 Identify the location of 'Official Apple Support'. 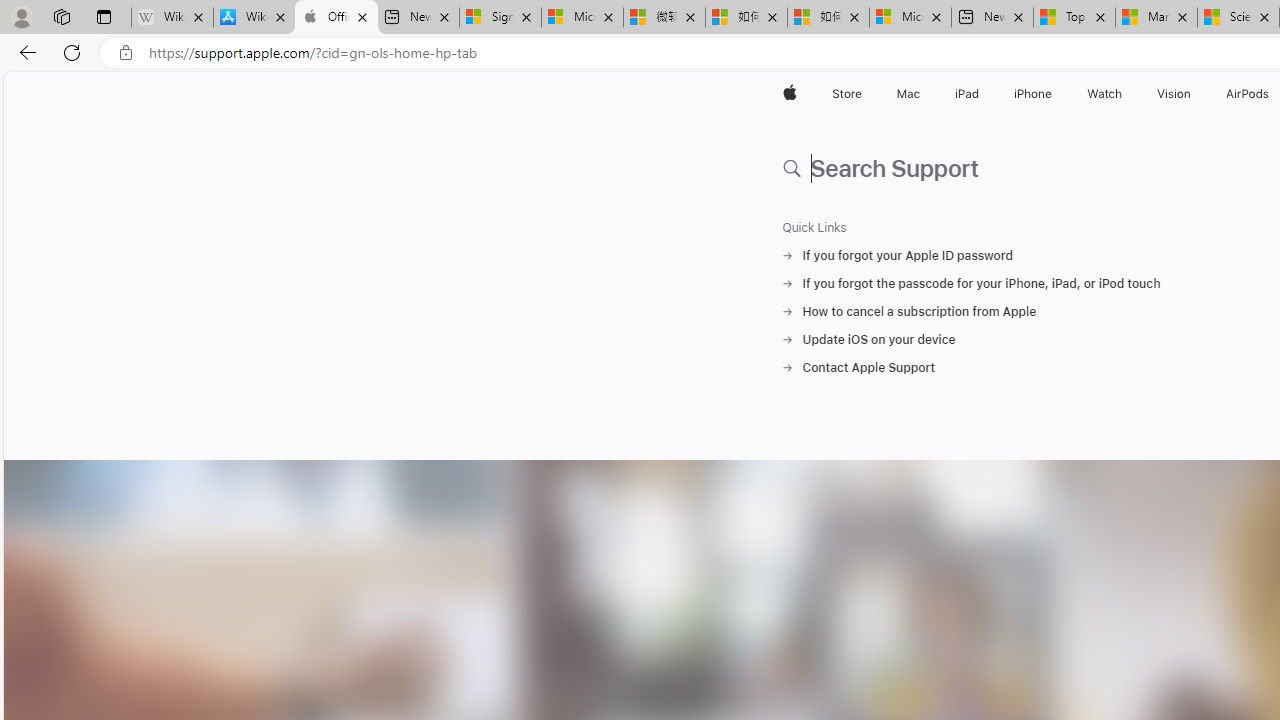
(336, 17).